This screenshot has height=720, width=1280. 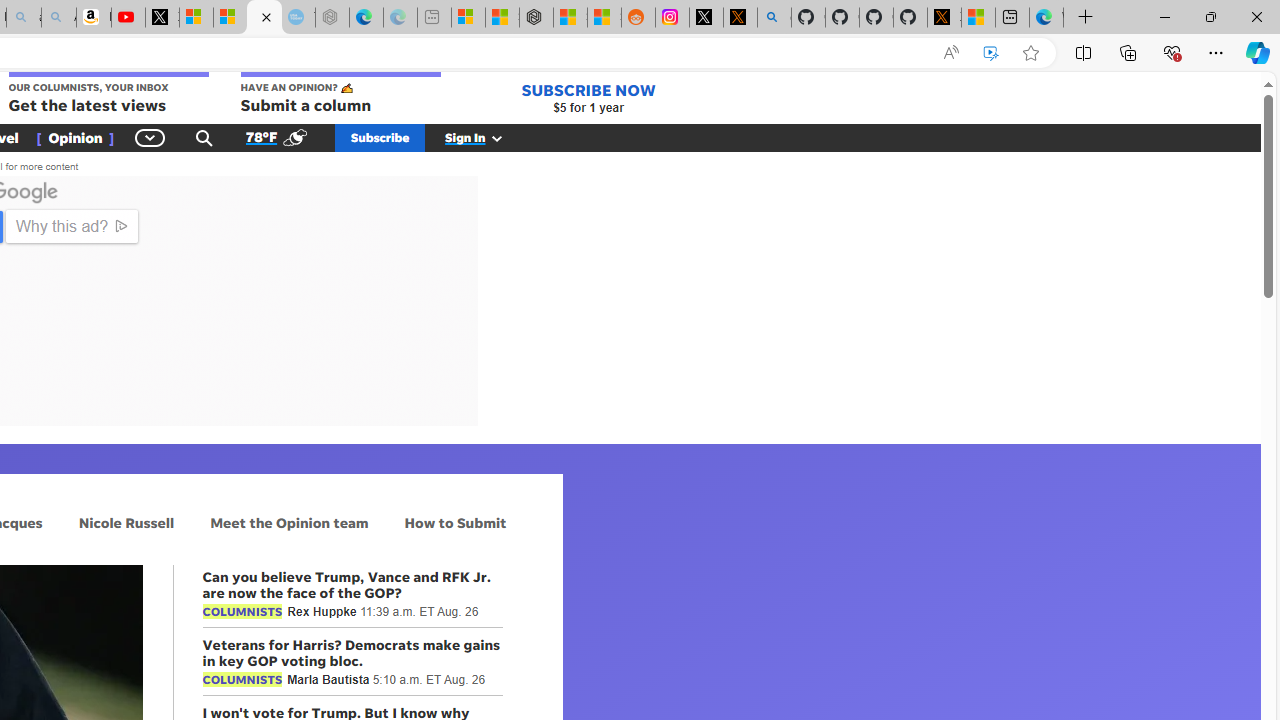 What do you see at coordinates (380, 136) in the screenshot?
I see `'Subscribe'` at bounding box center [380, 136].